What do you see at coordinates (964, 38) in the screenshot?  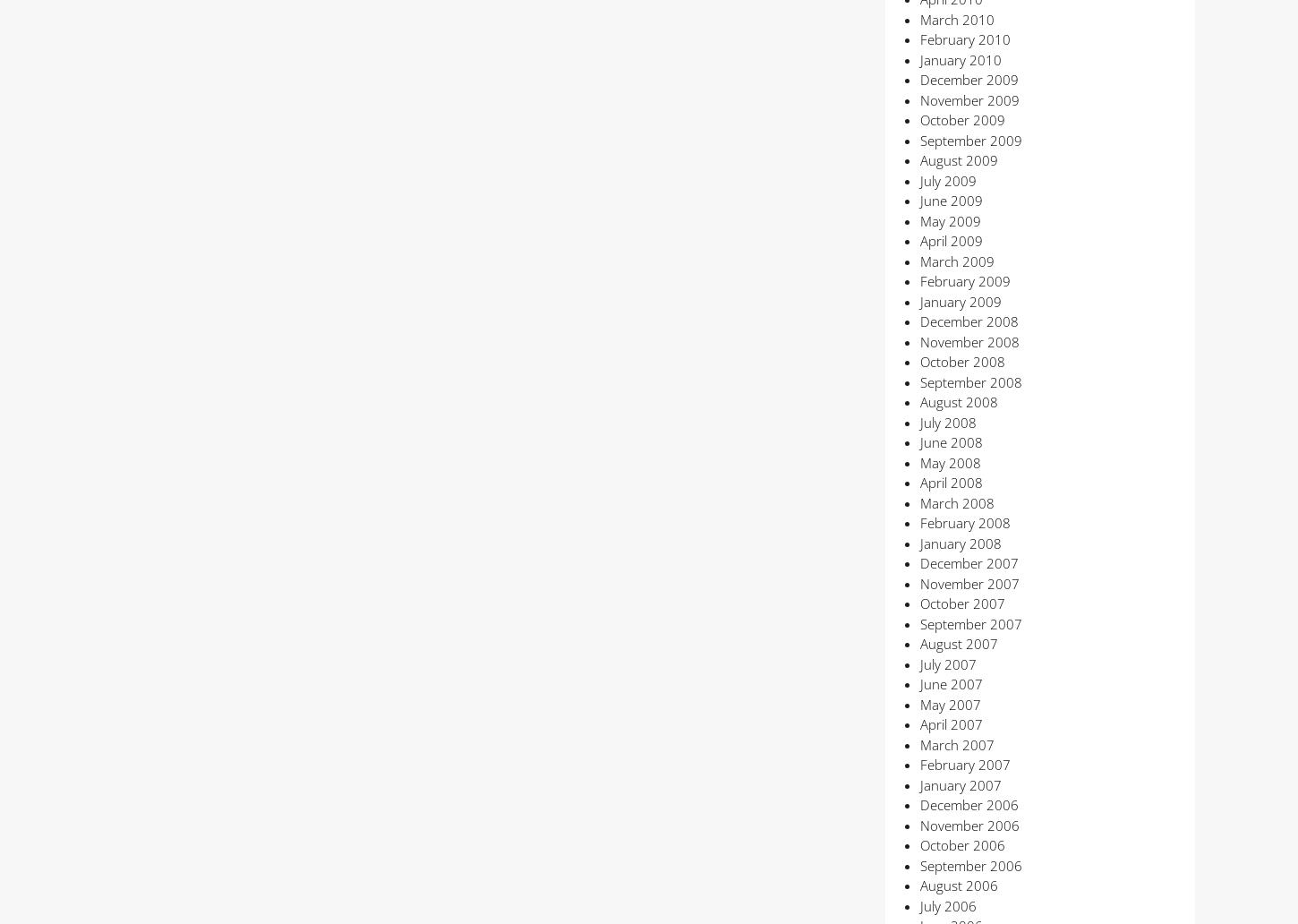 I see `'February 2010'` at bounding box center [964, 38].